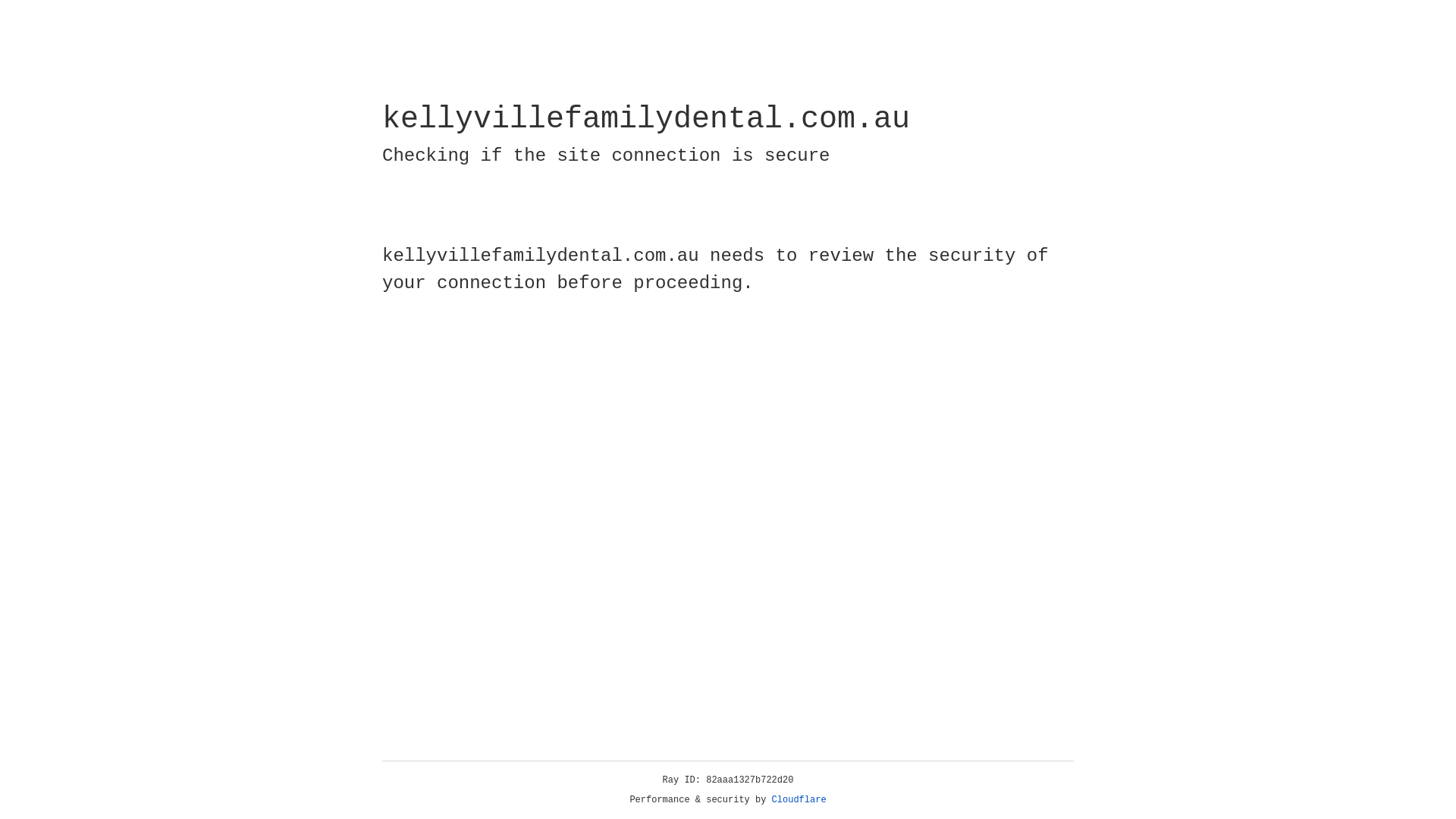 Image resolution: width=1456 pixels, height=819 pixels. Describe the element at coordinates (799, 799) in the screenshot. I see `'Cloudflare'` at that location.